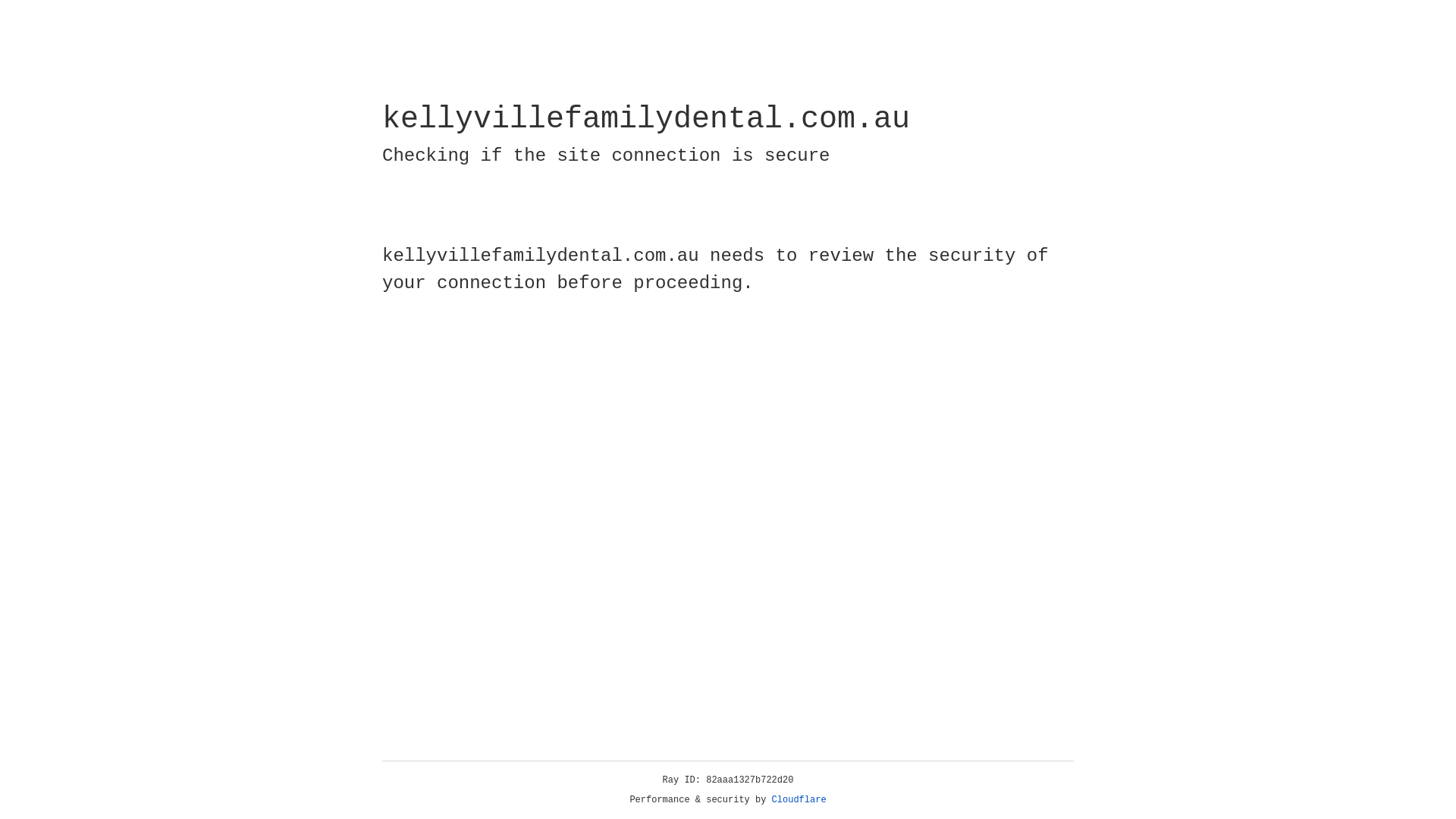 Image resolution: width=1456 pixels, height=819 pixels. Describe the element at coordinates (799, 799) in the screenshot. I see `'Cloudflare'` at that location.